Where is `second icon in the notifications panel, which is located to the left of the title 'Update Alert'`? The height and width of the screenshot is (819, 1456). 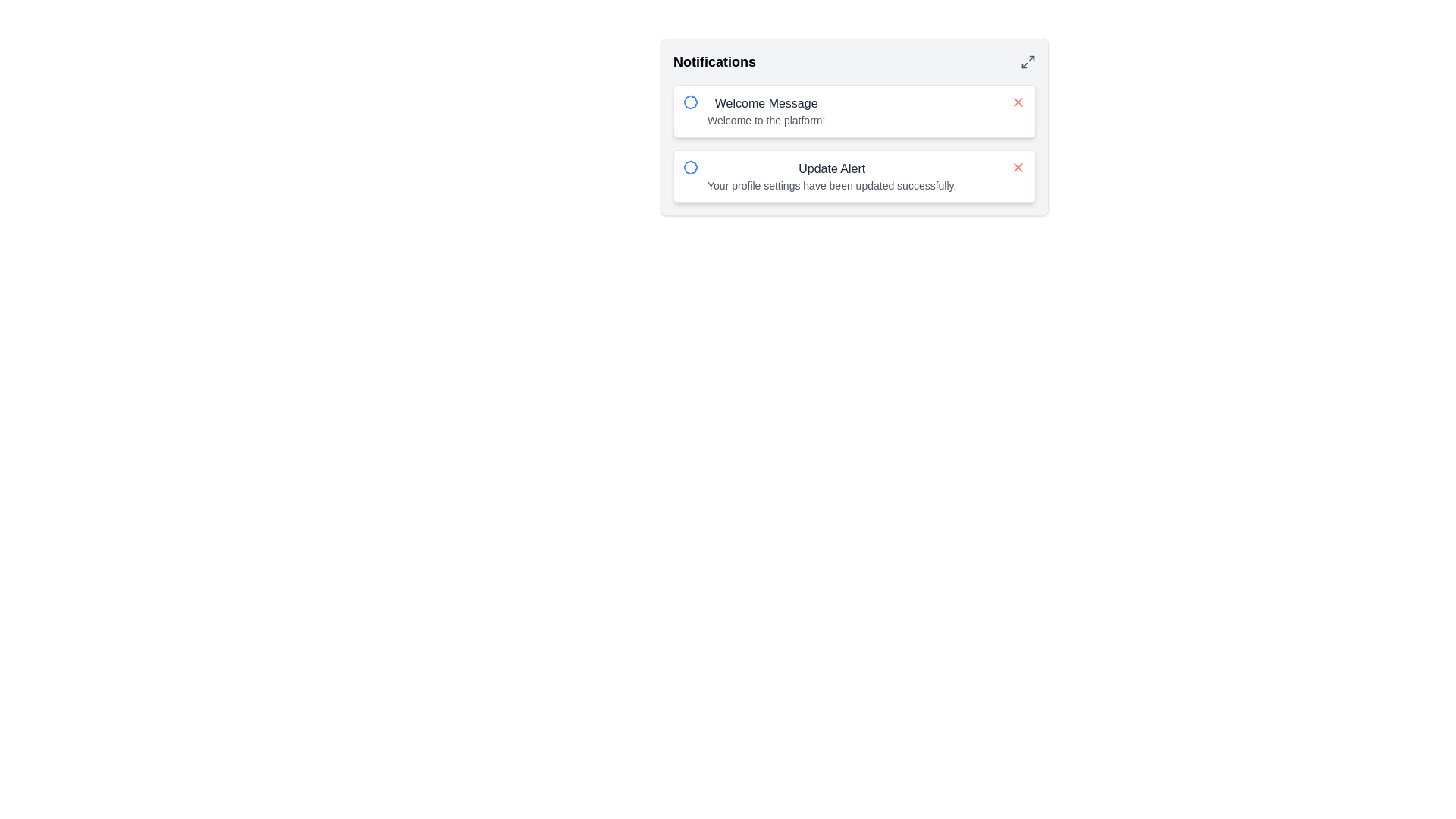
second icon in the notifications panel, which is located to the left of the title 'Update Alert' is located at coordinates (690, 167).